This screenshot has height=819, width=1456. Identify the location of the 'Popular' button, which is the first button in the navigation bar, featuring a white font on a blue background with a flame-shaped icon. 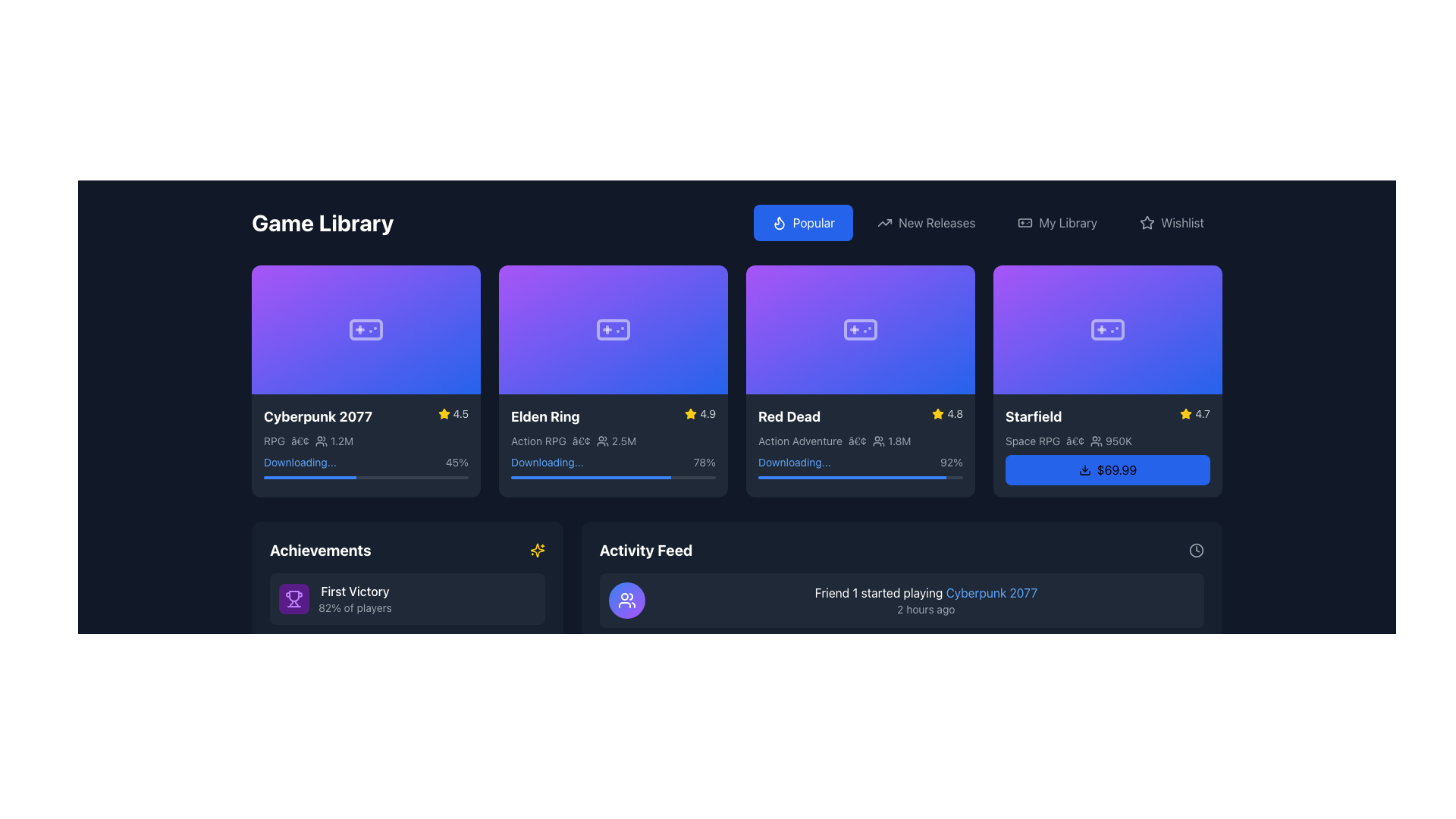
(813, 222).